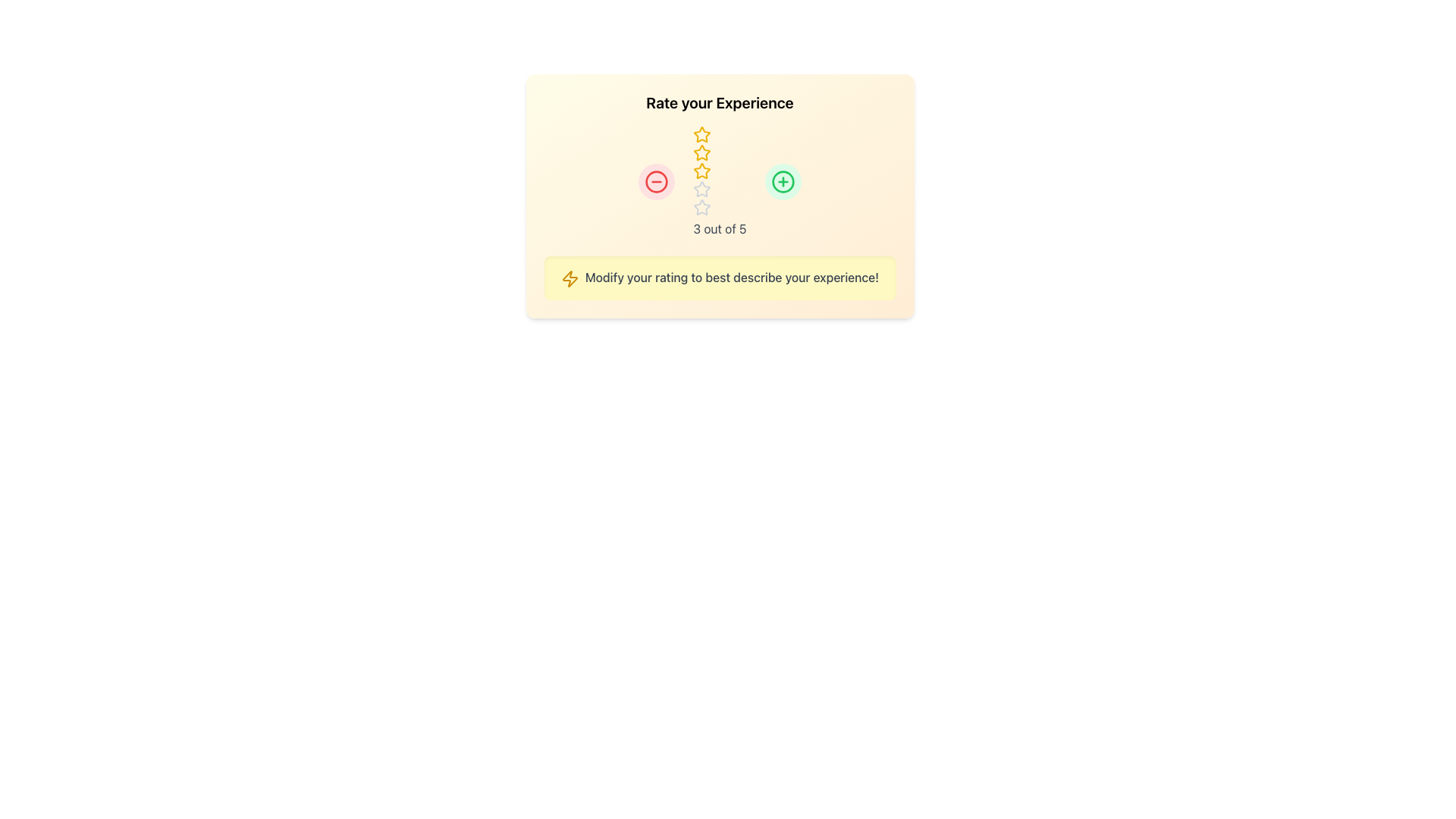 The height and width of the screenshot is (819, 1456). I want to click on the third star in the horizontal row of five stars, so click(701, 171).